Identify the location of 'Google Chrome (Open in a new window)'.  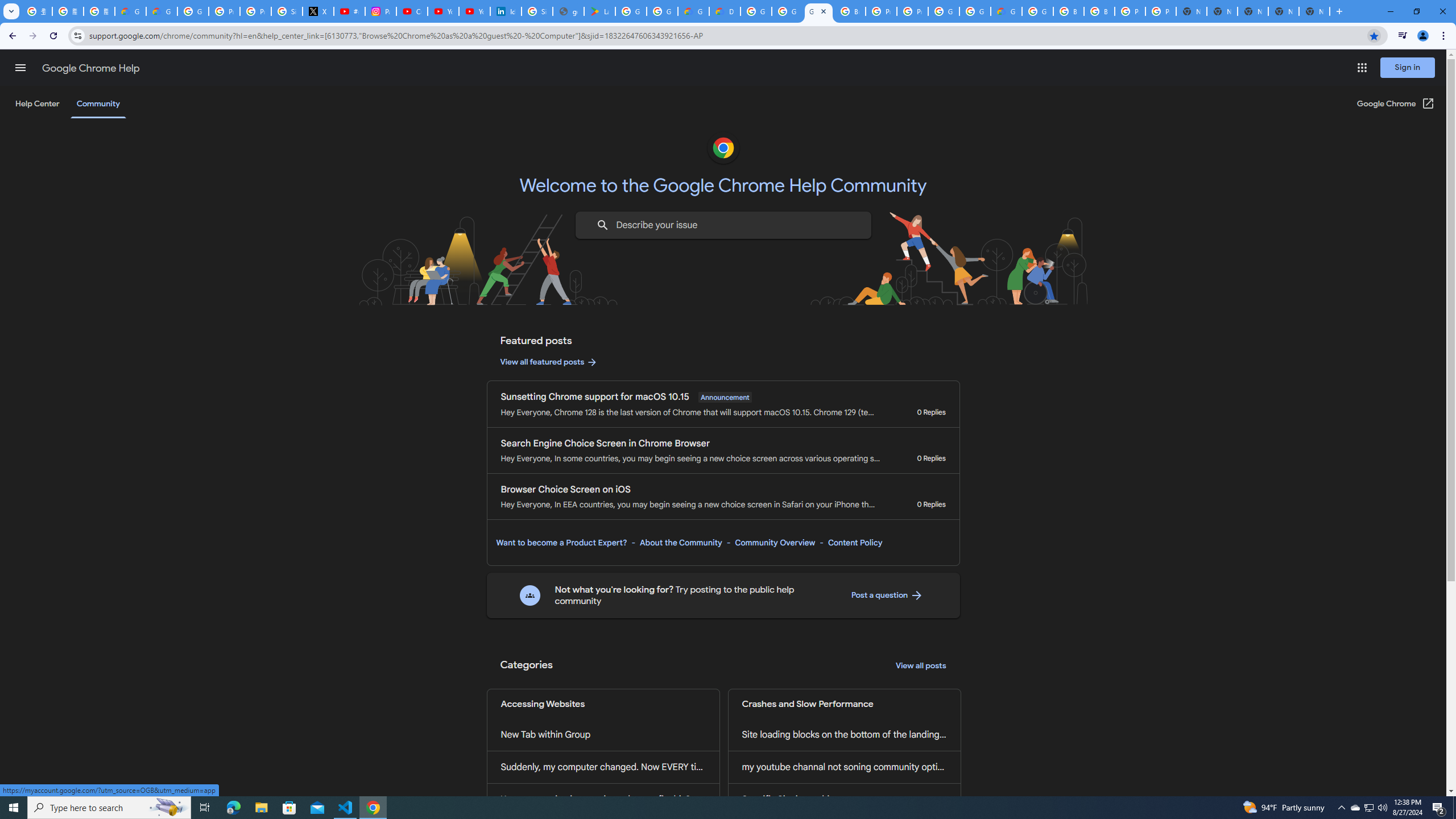
(1396, 103).